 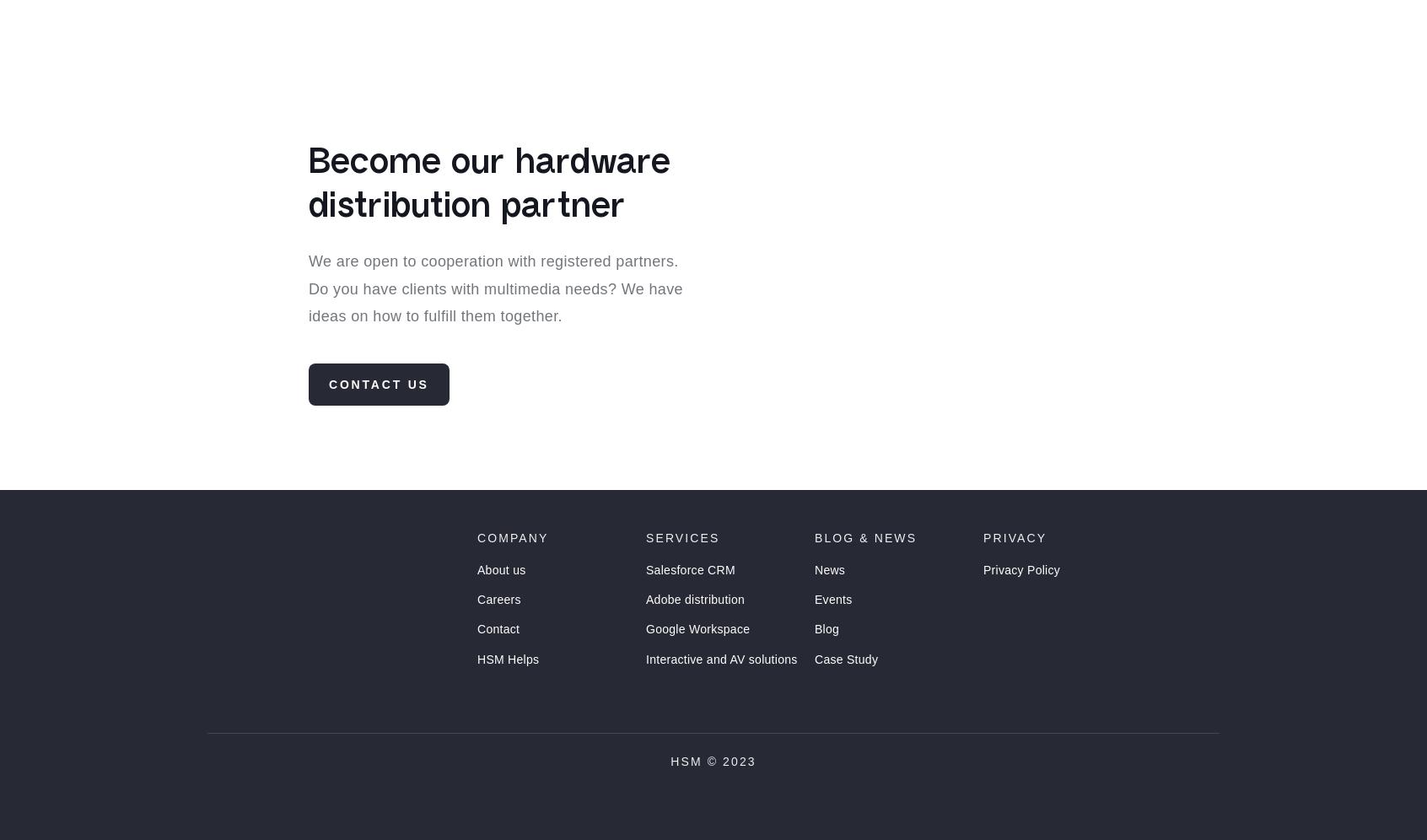 What do you see at coordinates (697, 660) in the screenshot?
I see `'Google Workspace'` at bounding box center [697, 660].